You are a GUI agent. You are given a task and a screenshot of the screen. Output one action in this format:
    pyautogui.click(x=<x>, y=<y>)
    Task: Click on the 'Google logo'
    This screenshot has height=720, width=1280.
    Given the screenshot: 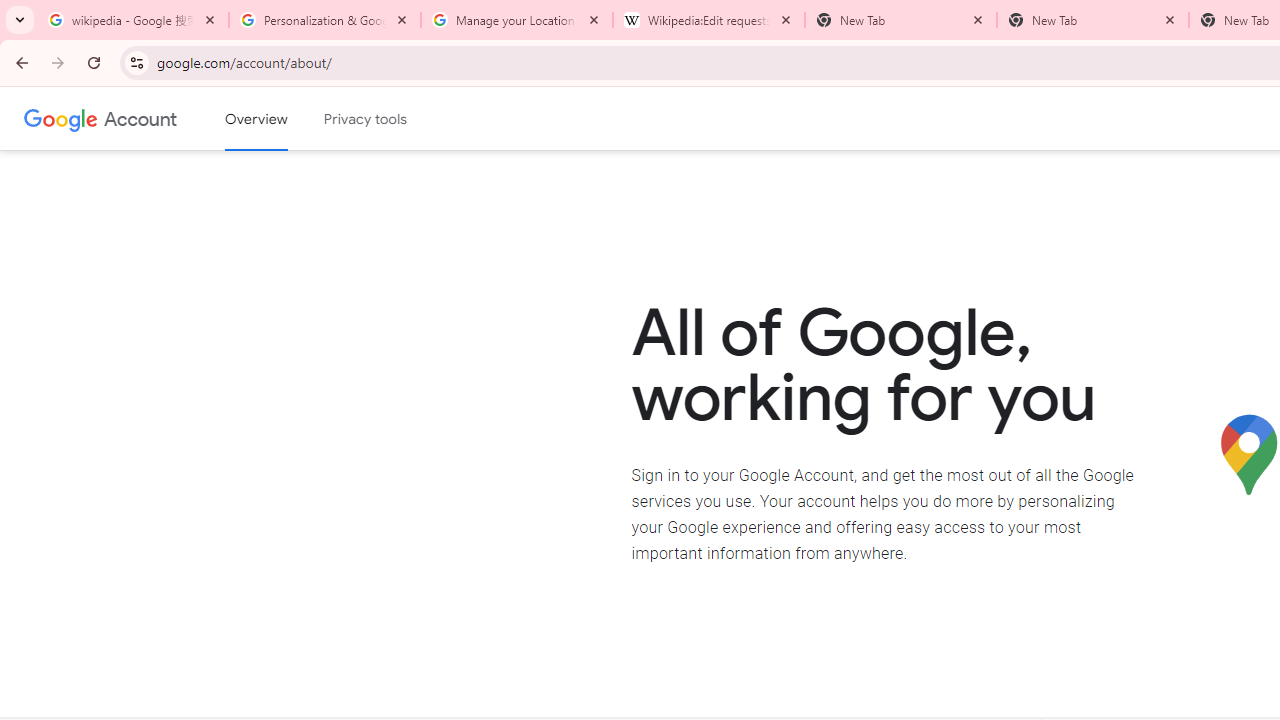 What is the action you would take?
    pyautogui.click(x=61, y=118)
    